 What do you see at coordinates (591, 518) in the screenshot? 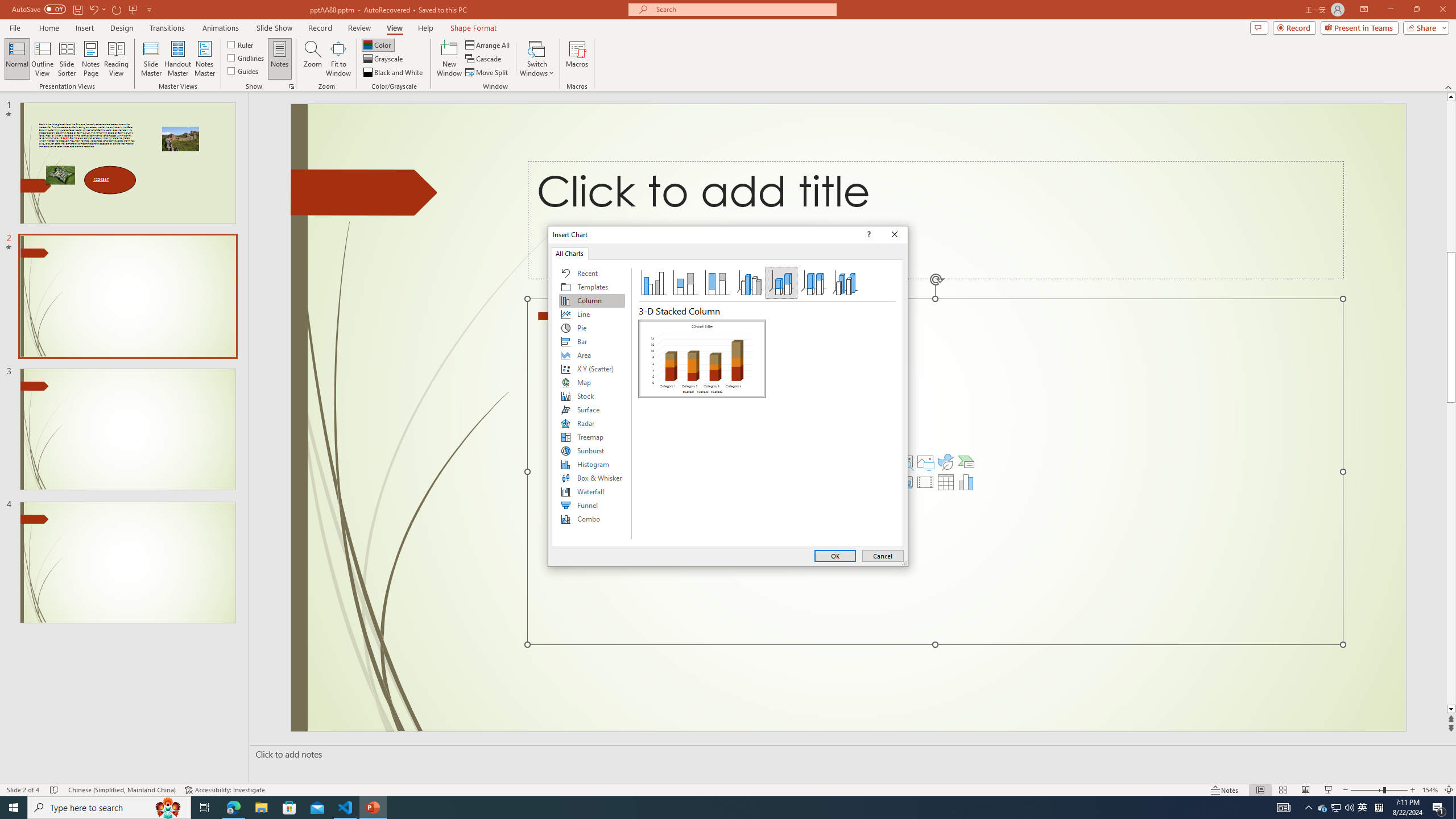
I see `'Combo'` at bounding box center [591, 518].